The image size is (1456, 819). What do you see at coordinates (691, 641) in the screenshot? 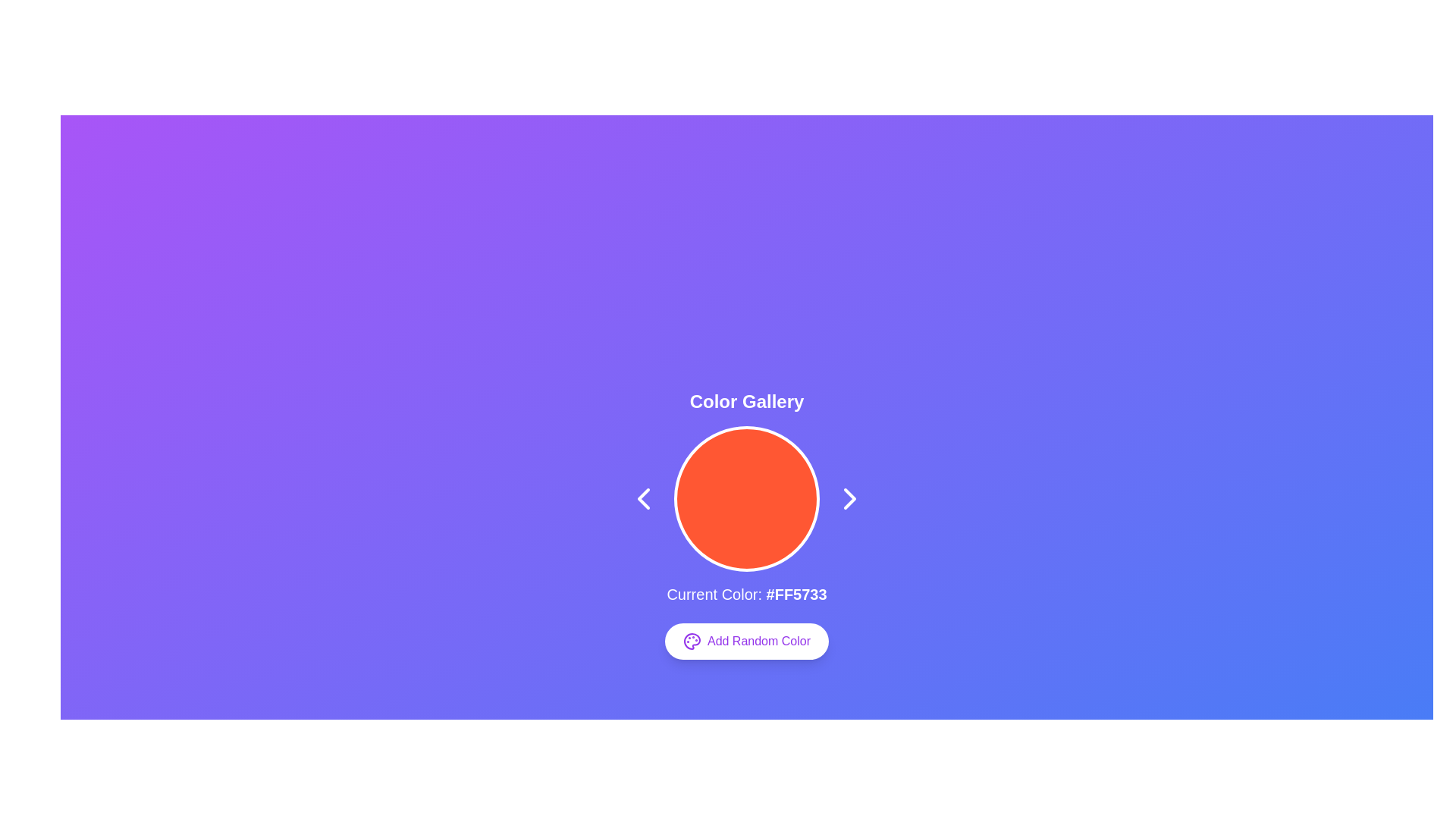
I see `the painter's palette icon, which is a round vector icon with small circular elements representing paint colors, located in the center of the display` at bounding box center [691, 641].